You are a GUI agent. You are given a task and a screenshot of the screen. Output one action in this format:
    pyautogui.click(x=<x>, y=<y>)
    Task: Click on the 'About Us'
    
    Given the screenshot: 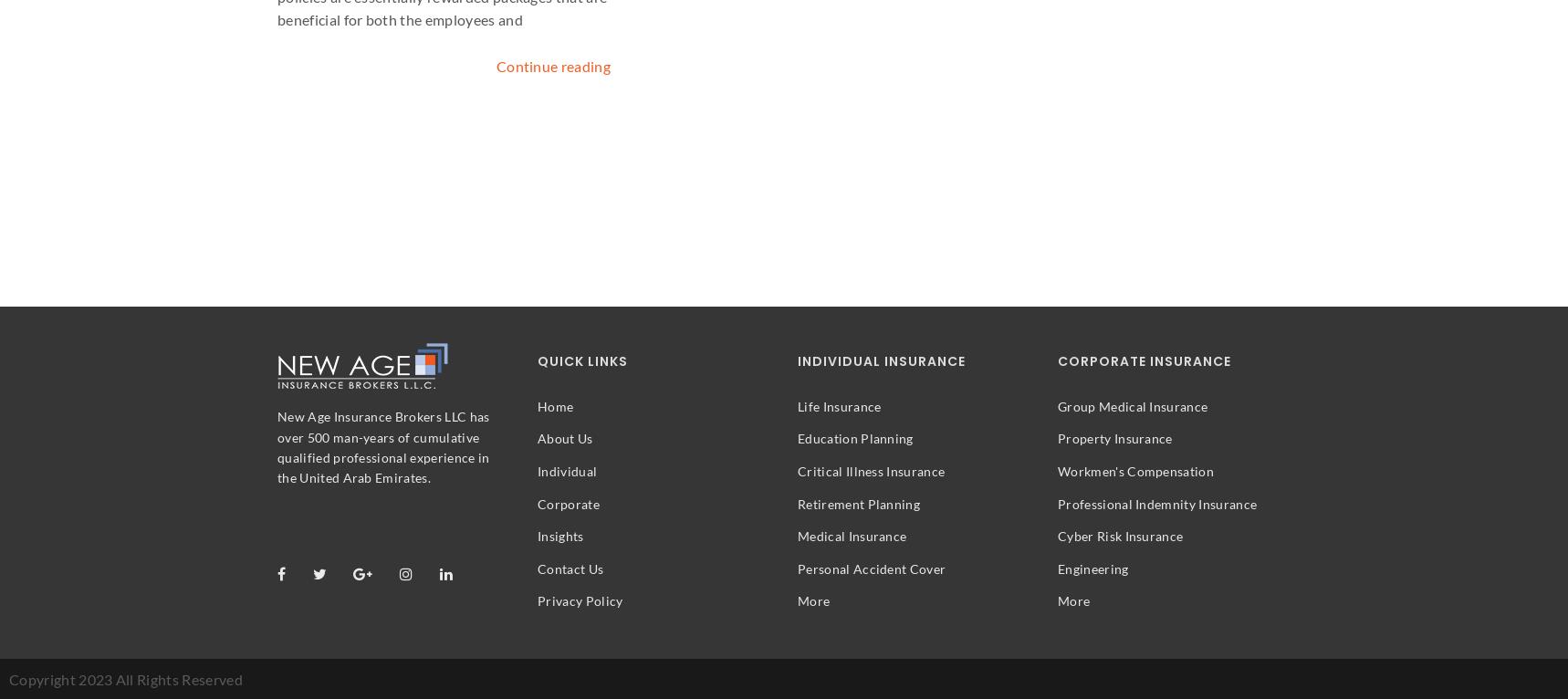 What is the action you would take?
    pyautogui.click(x=536, y=437)
    